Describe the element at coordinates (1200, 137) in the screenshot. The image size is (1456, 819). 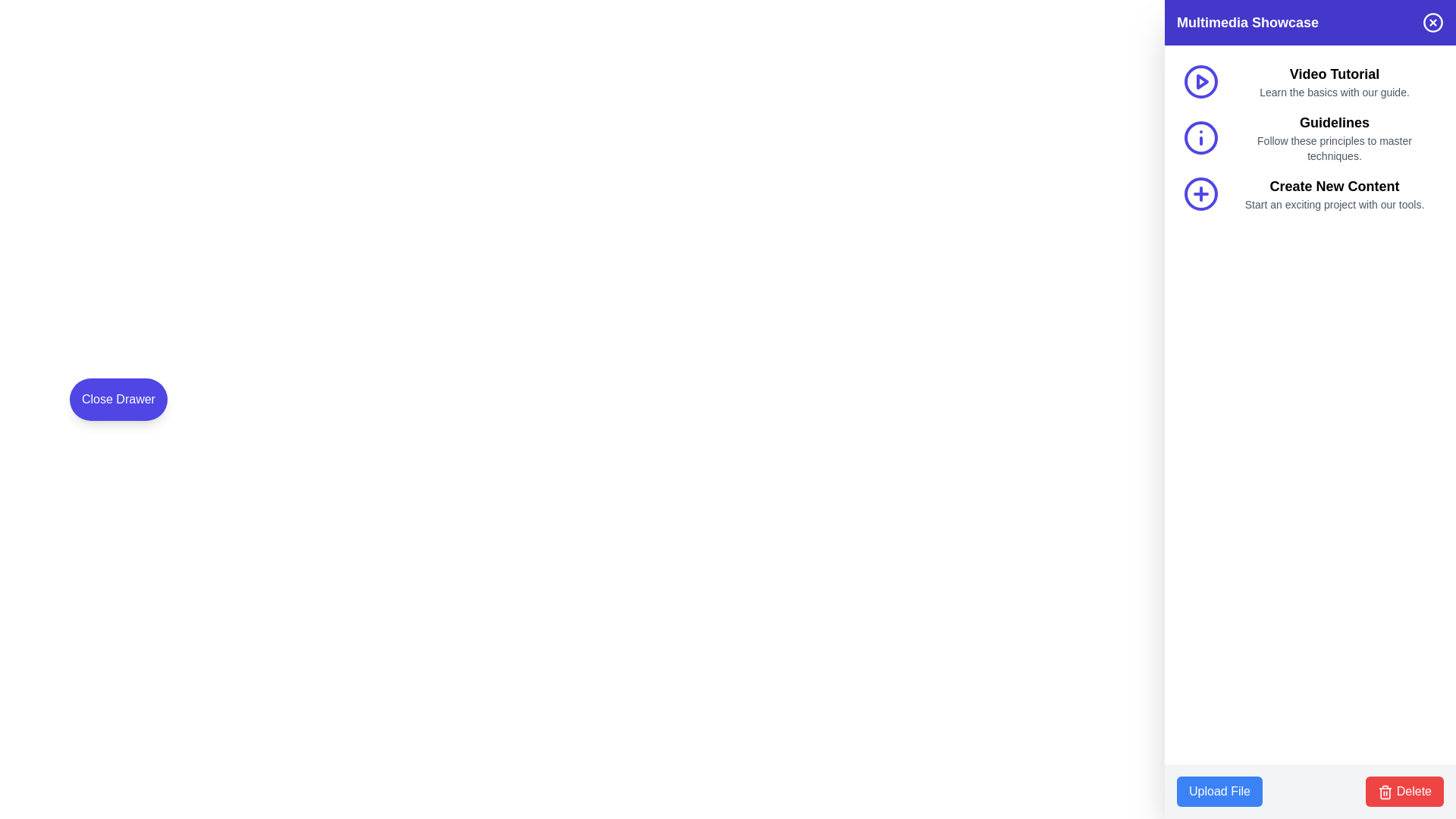
I see `the blue circular outline of the information icon located in the 'Guidelines' section of the right sidebar` at that location.